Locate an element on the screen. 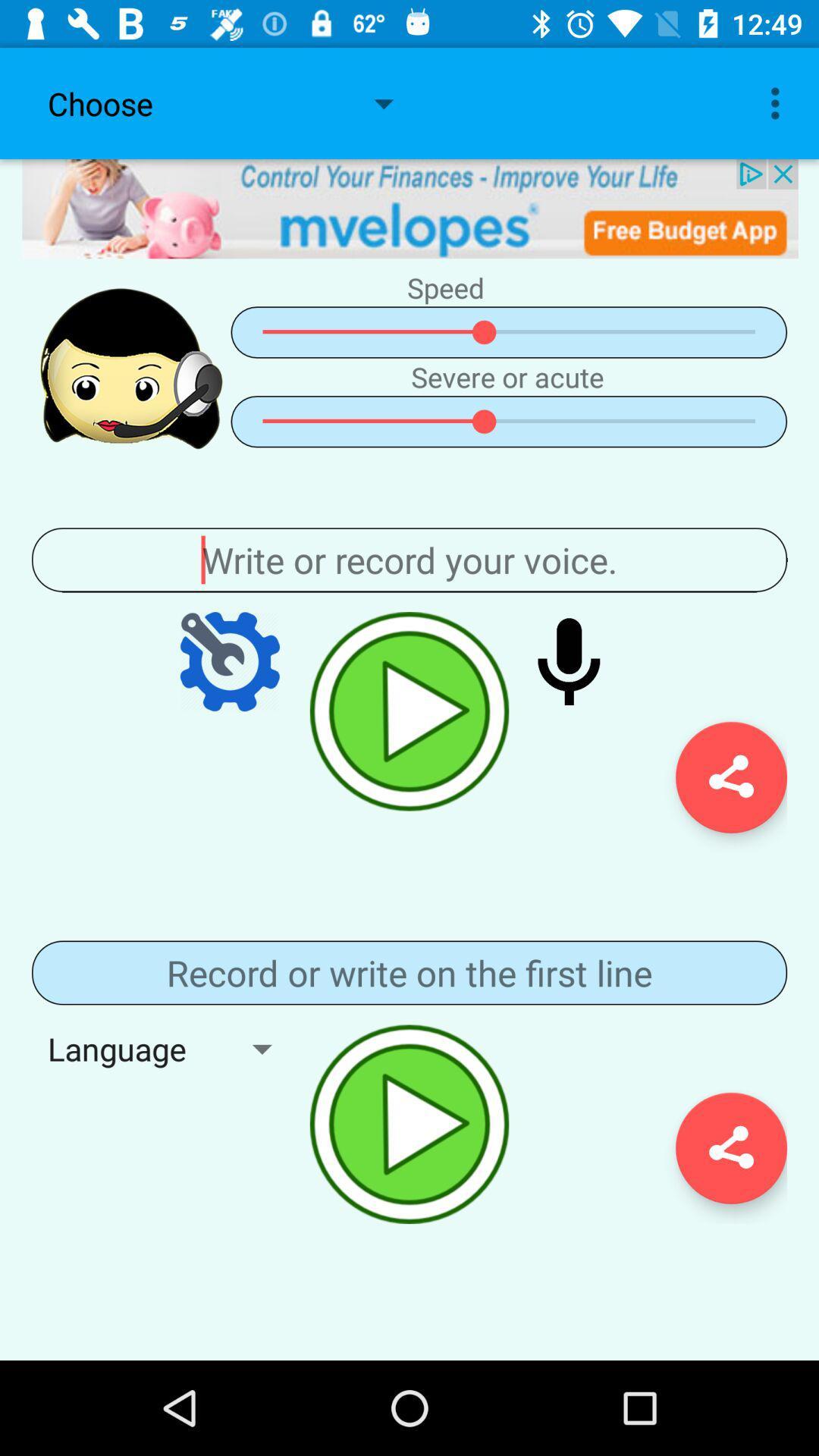 The width and height of the screenshot is (819, 1456). audio recording is located at coordinates (409, 1124).